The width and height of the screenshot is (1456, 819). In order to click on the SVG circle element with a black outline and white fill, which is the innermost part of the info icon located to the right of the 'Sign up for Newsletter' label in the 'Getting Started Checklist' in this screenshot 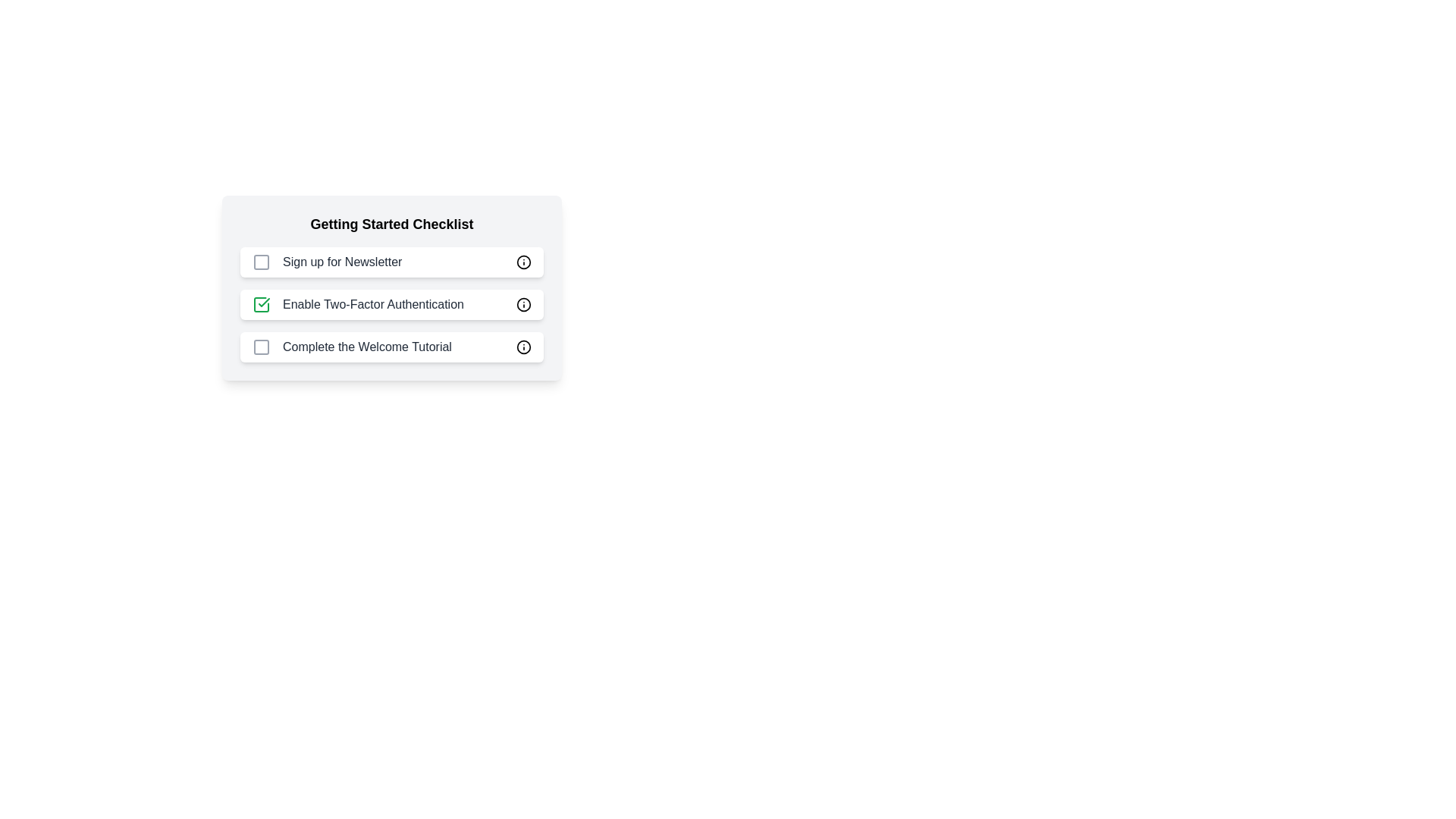, I will do `click(524, 262)`.